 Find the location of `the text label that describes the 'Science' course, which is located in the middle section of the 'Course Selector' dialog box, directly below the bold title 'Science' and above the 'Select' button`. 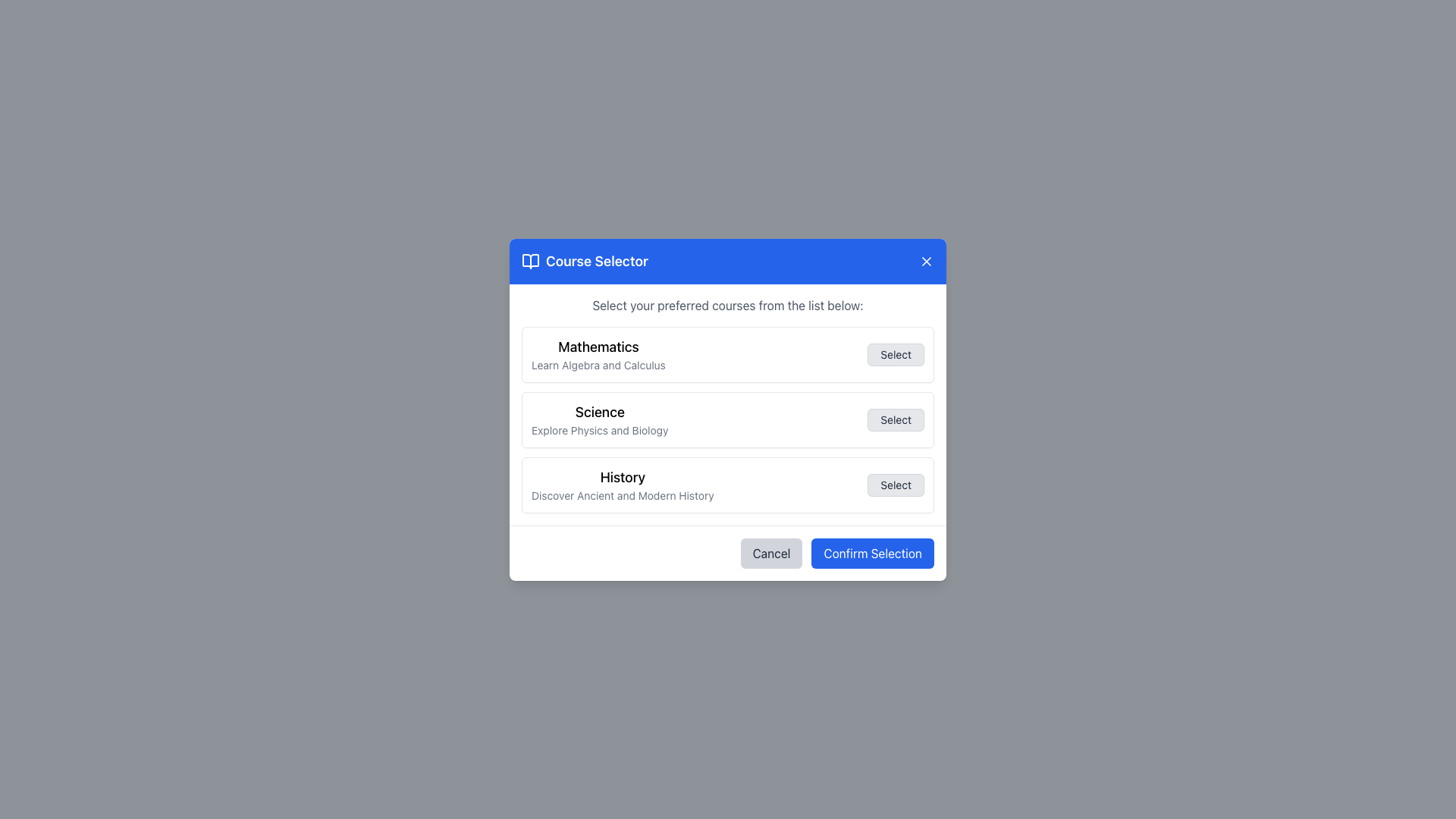

the text label that describes the 'Science' course, which is located in the middle section of the 'Course Selector' dialog box, directly below the bold title 'Science' and above the 'Select' button is located at coordinates (599, 430).